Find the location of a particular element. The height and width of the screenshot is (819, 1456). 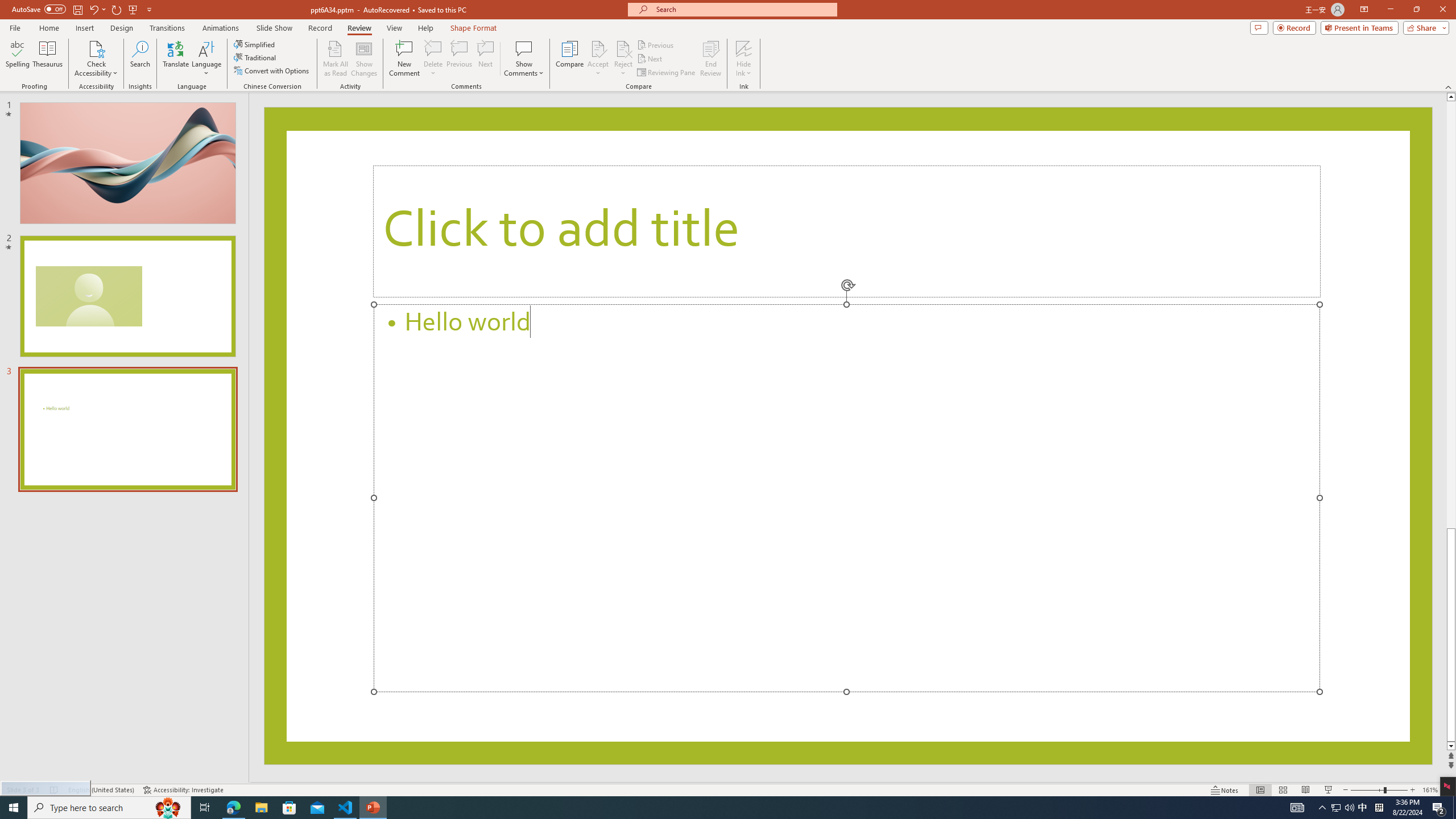

'Check Accessibility' is located at coordinates (95, 59).